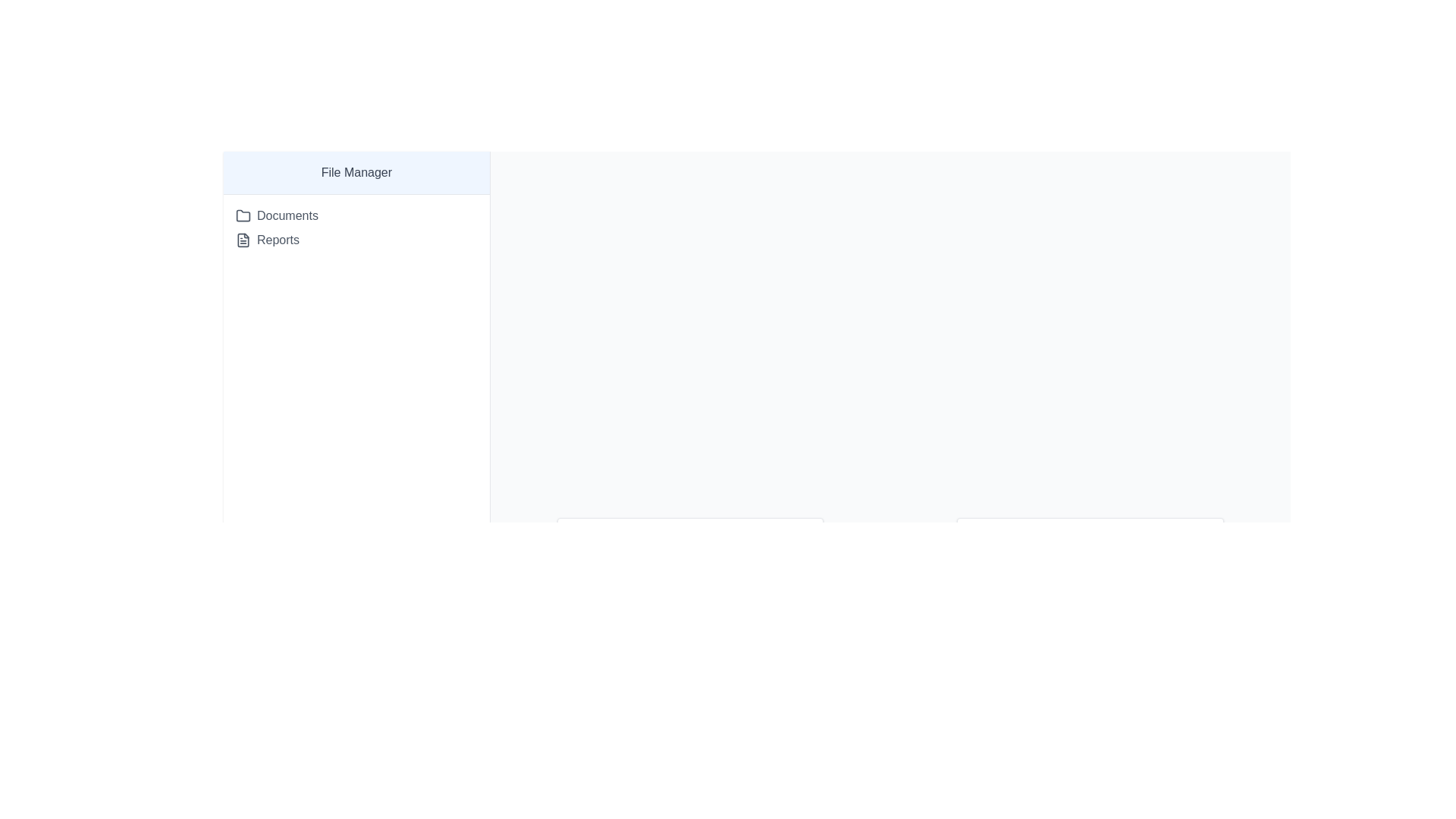  I want to click on the Text Label that serves as a title or label for the section containing navigational or file-related features, located at the top of the columnar section, so click(356, 172).